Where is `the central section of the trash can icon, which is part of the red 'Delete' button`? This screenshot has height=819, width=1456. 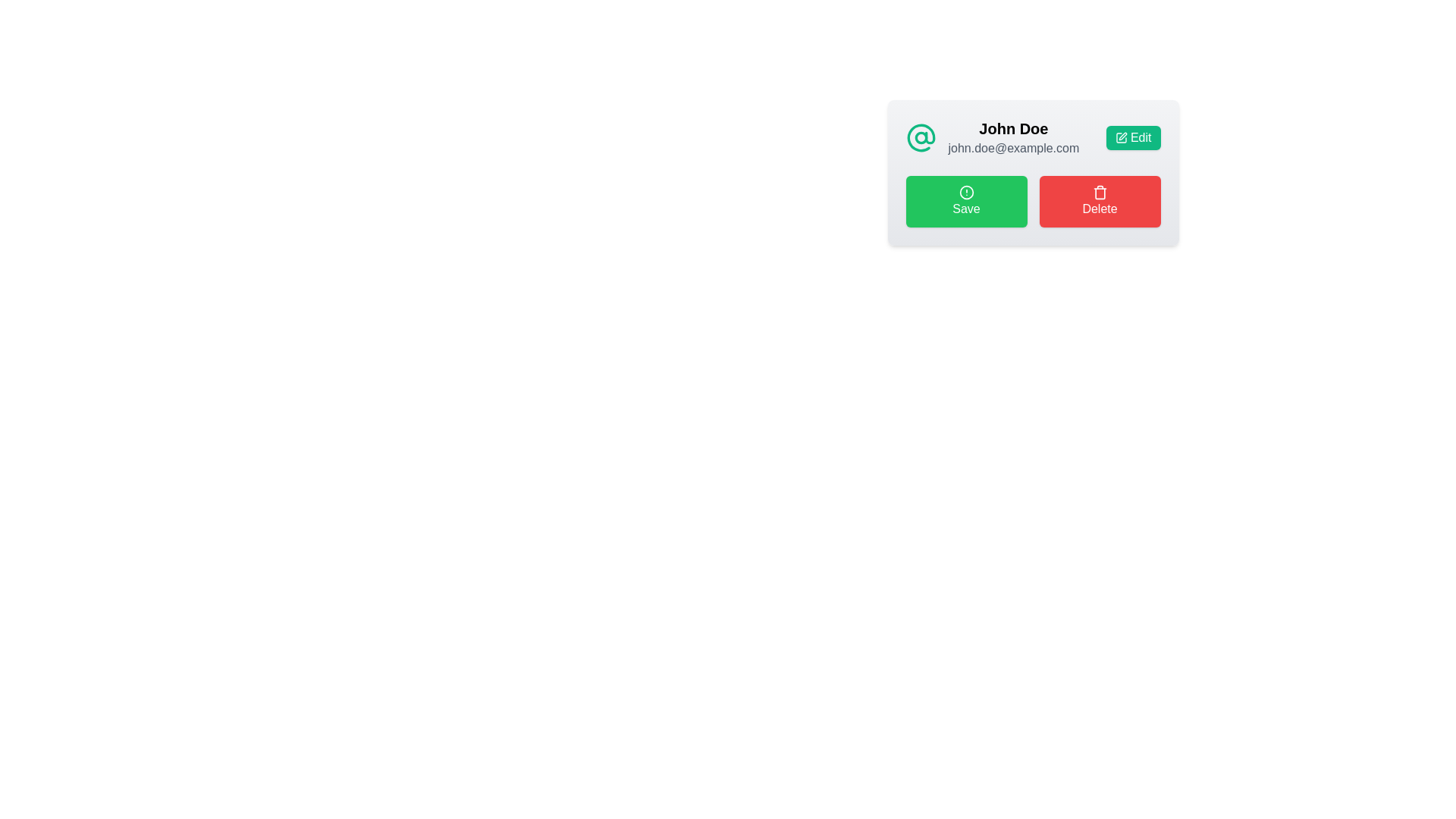 the central section of the trash can icon, which is part of the red 'Delete' button is located at coordinates (1100, 193).